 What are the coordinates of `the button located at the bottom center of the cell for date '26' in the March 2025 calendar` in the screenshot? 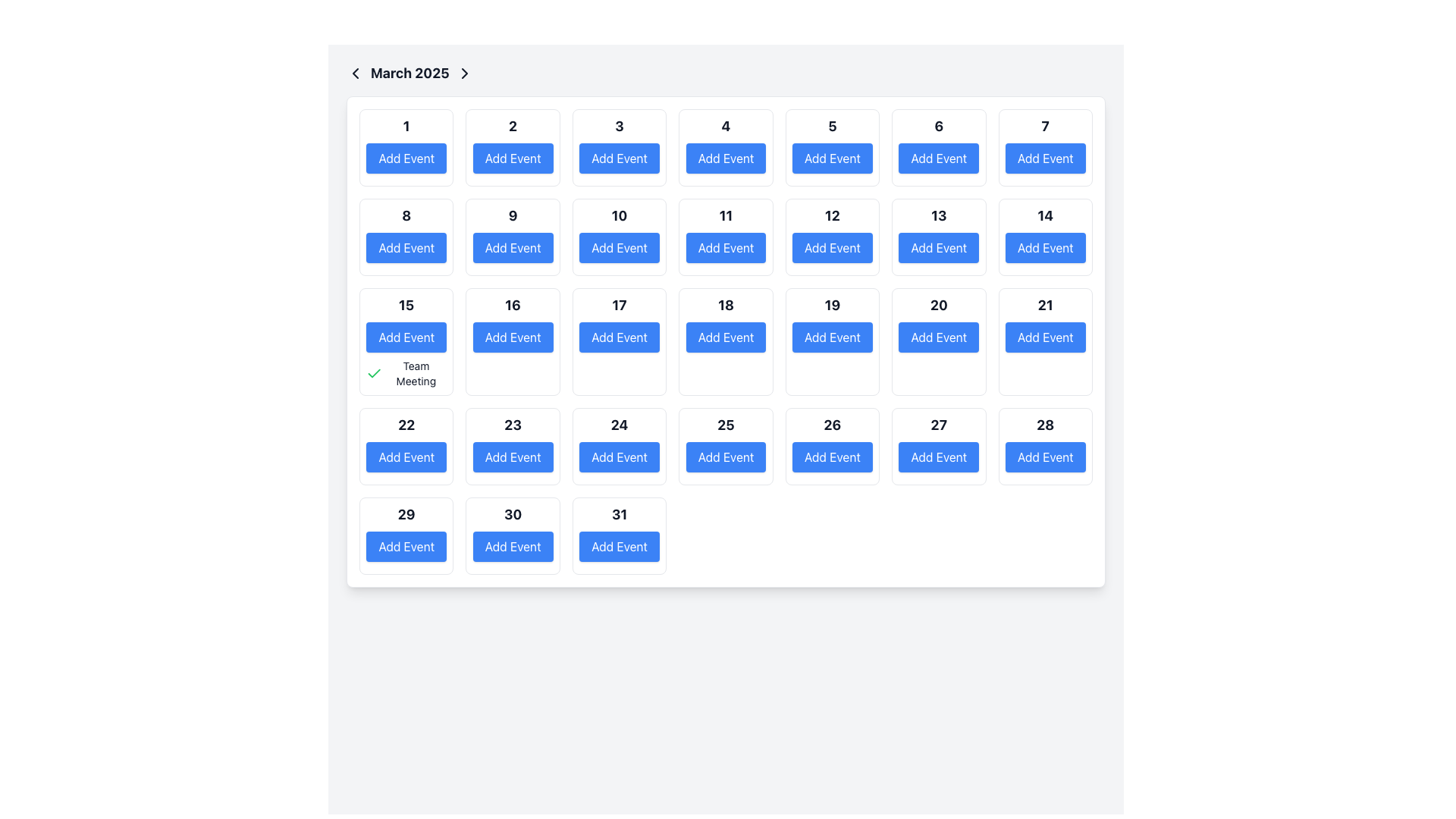 It's located at (831, 456).